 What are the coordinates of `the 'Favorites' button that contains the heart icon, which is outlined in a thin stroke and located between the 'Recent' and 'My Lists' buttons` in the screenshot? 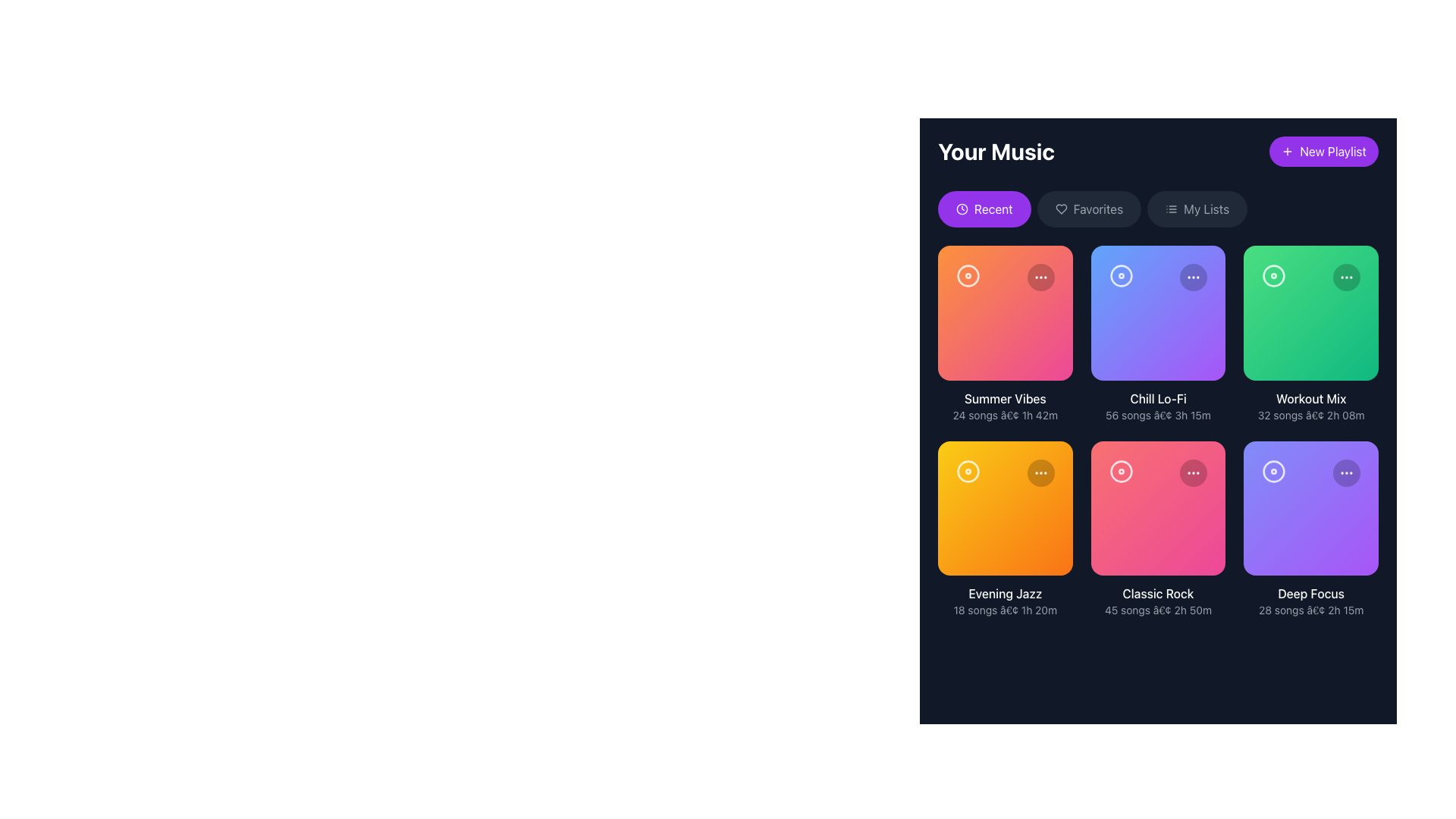 It's located at (1060, 209).